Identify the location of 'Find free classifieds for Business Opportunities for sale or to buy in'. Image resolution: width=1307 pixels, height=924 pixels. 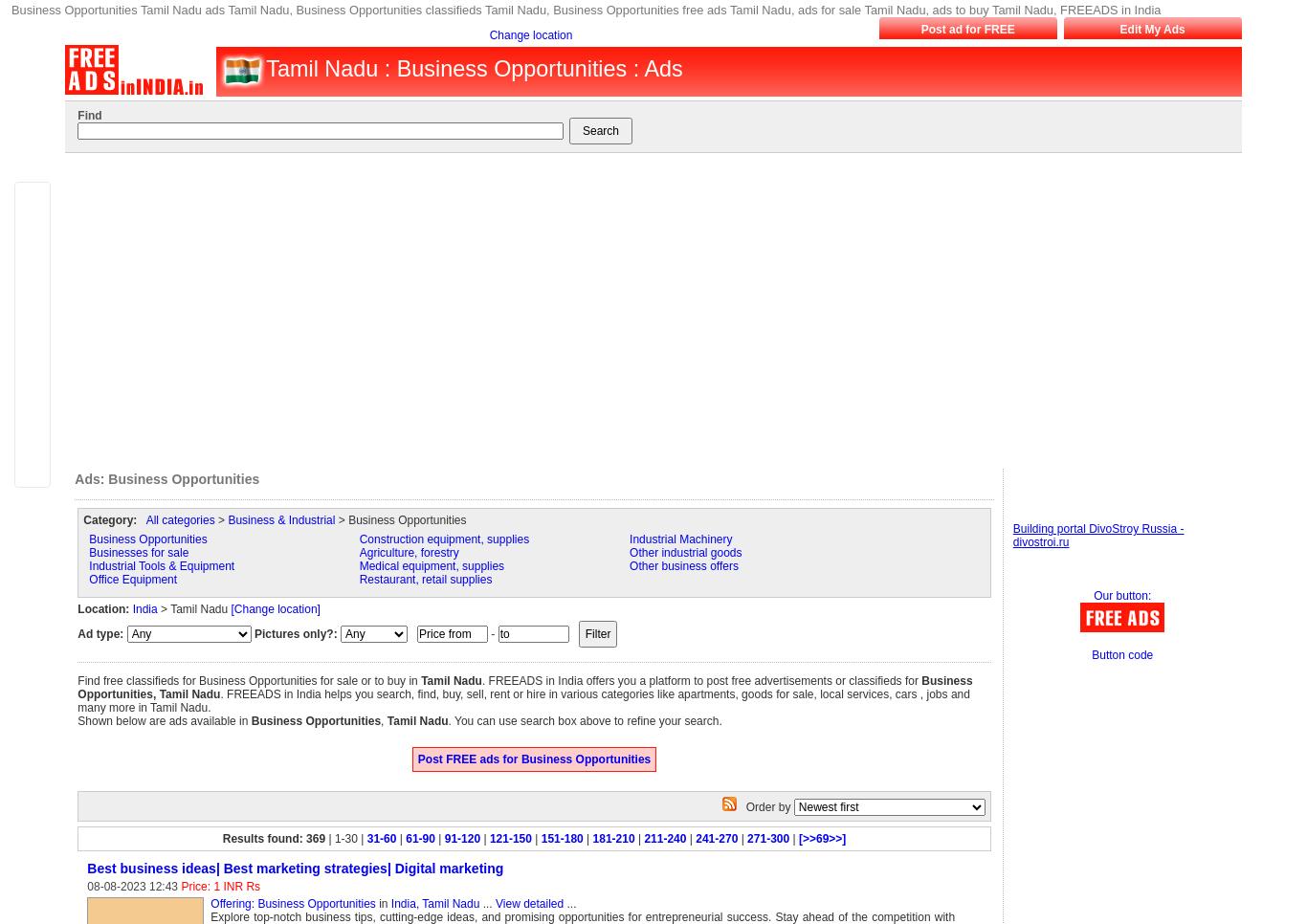
(78, 680).